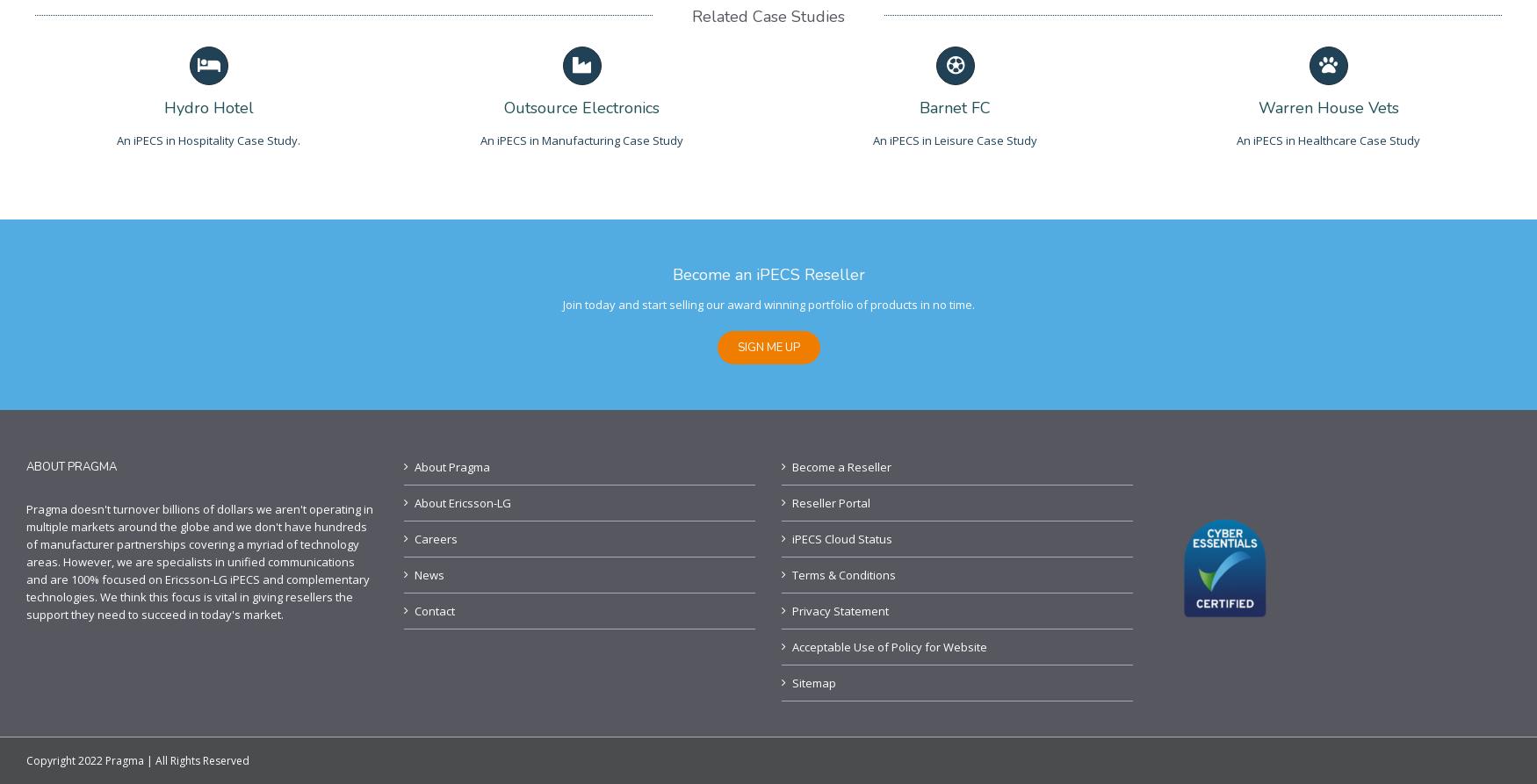 This screenshot has width=1537, height=784. What do you see at coordinates (429, 575) in the screenshot?
I see `'News'` at bounding box center [429, 575].